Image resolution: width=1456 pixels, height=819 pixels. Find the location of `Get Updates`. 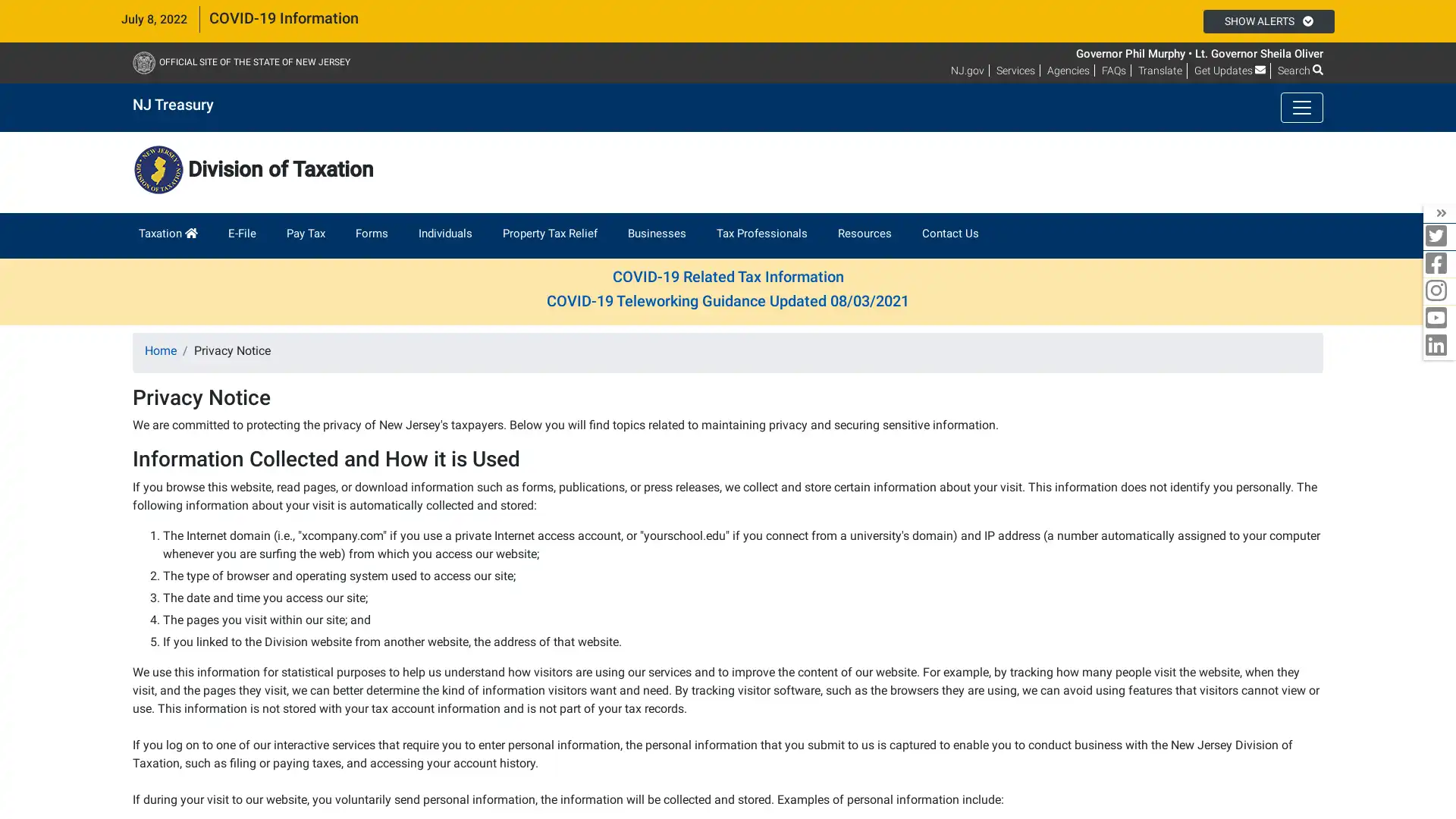

Get Updates is located at coordinates (1230, 70).